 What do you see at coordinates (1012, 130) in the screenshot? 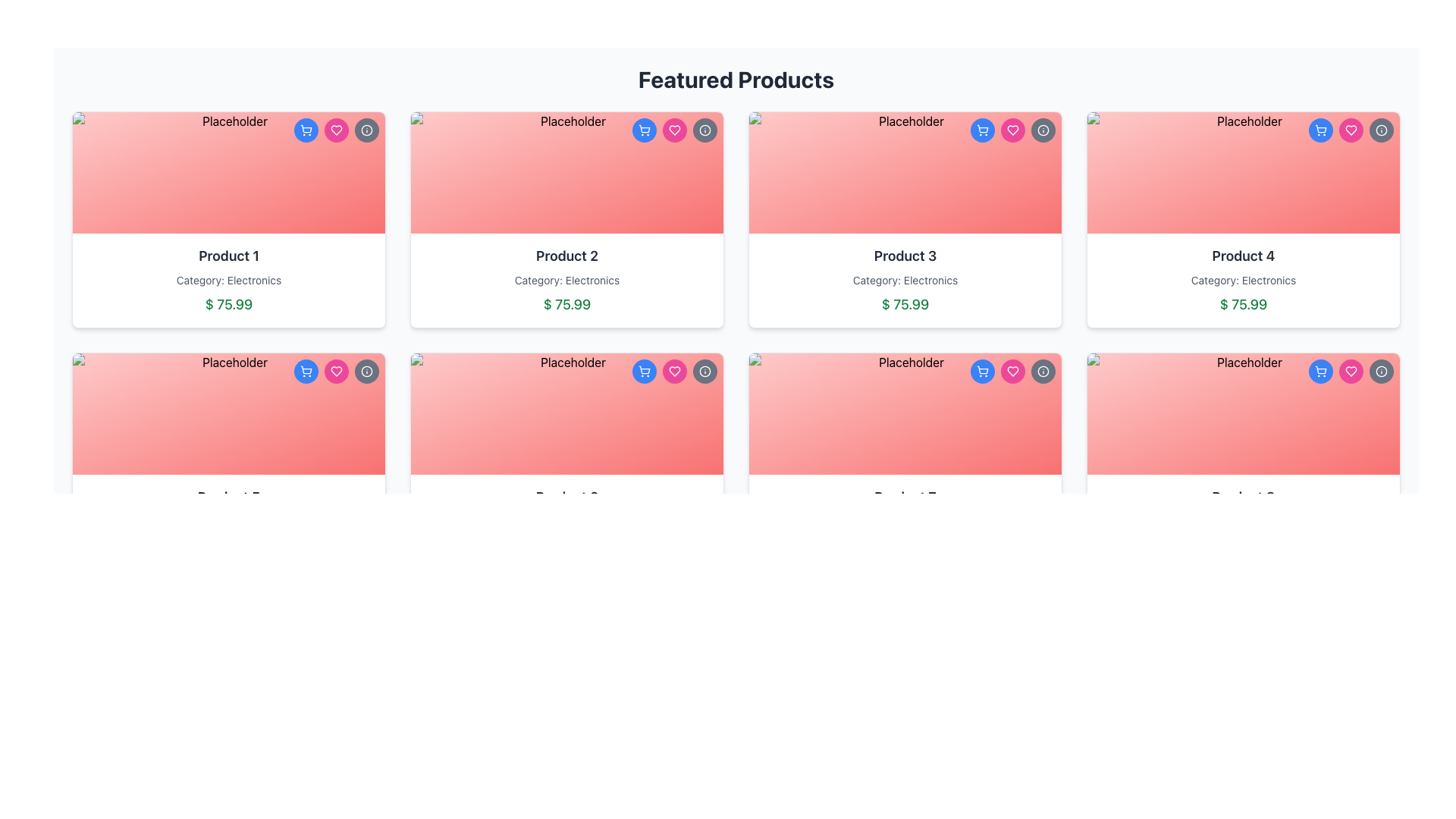
I see `the heart icon in the upper-right corner of the third card in the product grid` at bounding box center [1012, 130].